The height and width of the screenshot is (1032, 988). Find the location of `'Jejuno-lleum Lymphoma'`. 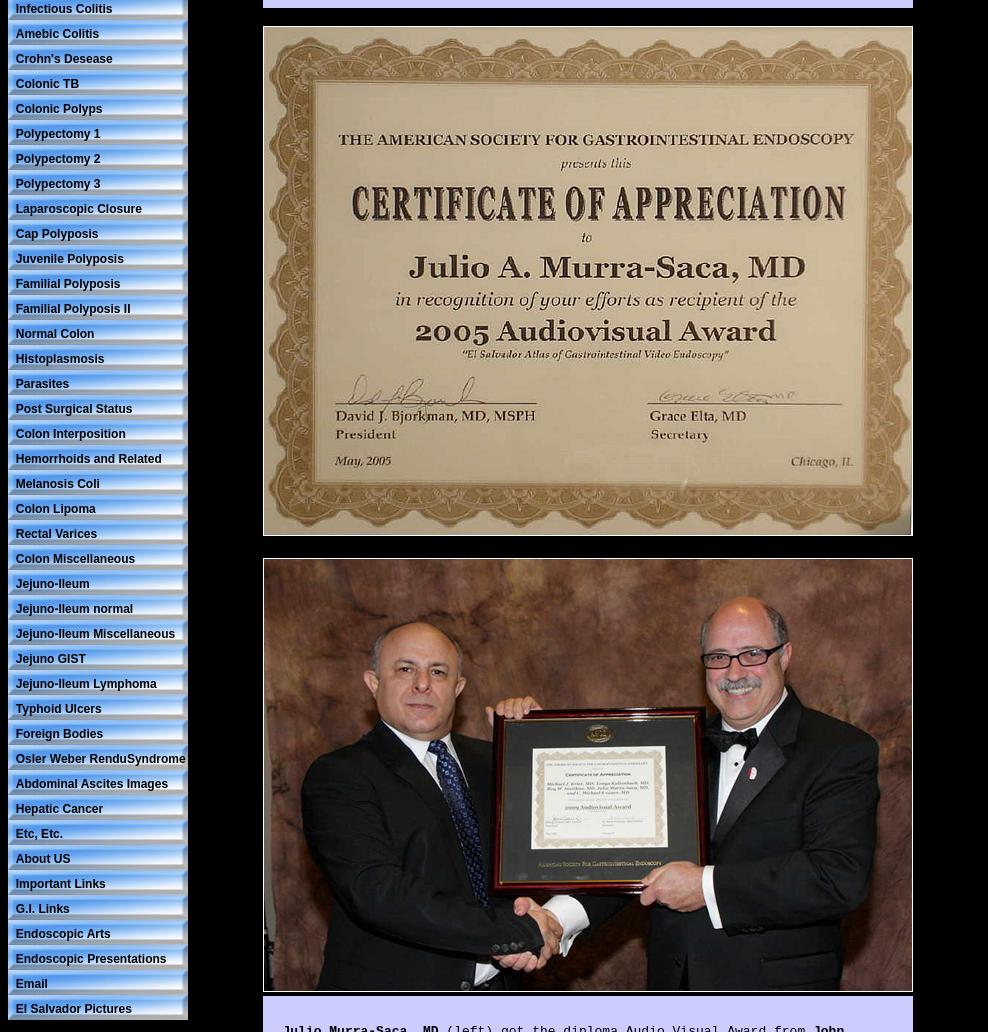

'Jejuno-lleum Lymphoma' is located at coordinates (85, 681).